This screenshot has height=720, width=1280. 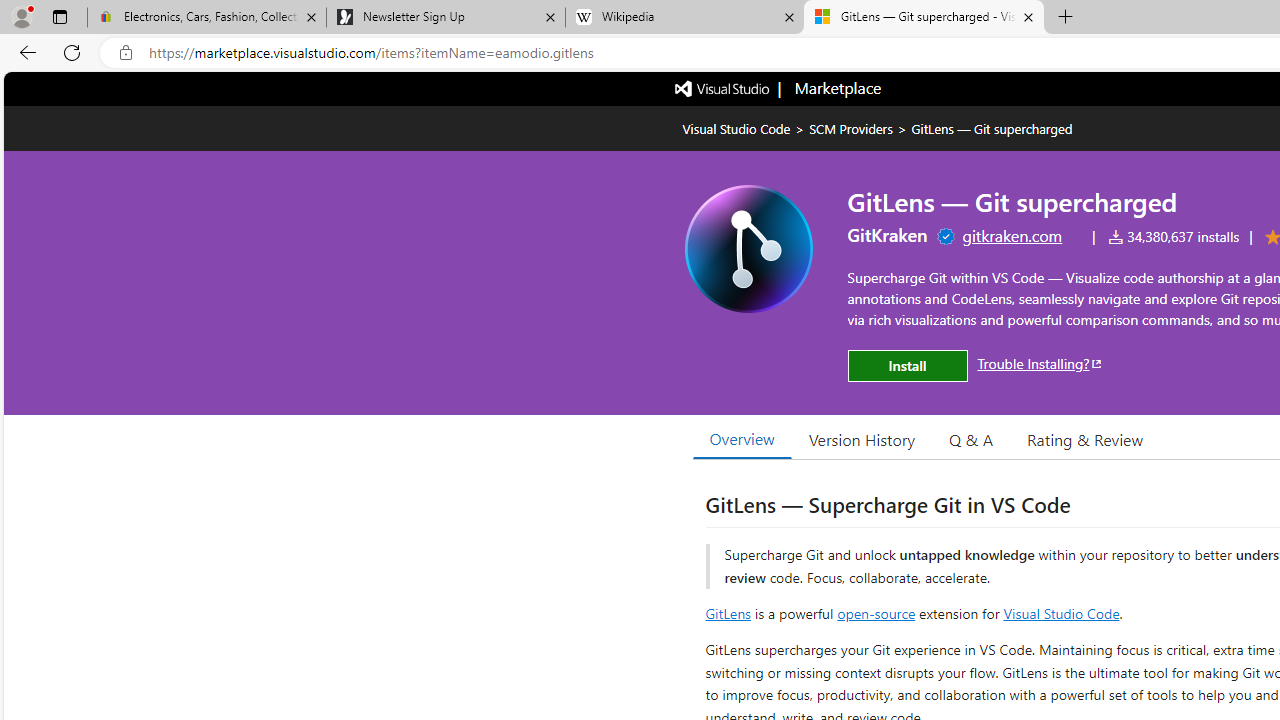 I want to click on 'Overview', so click(x=741, y=438).